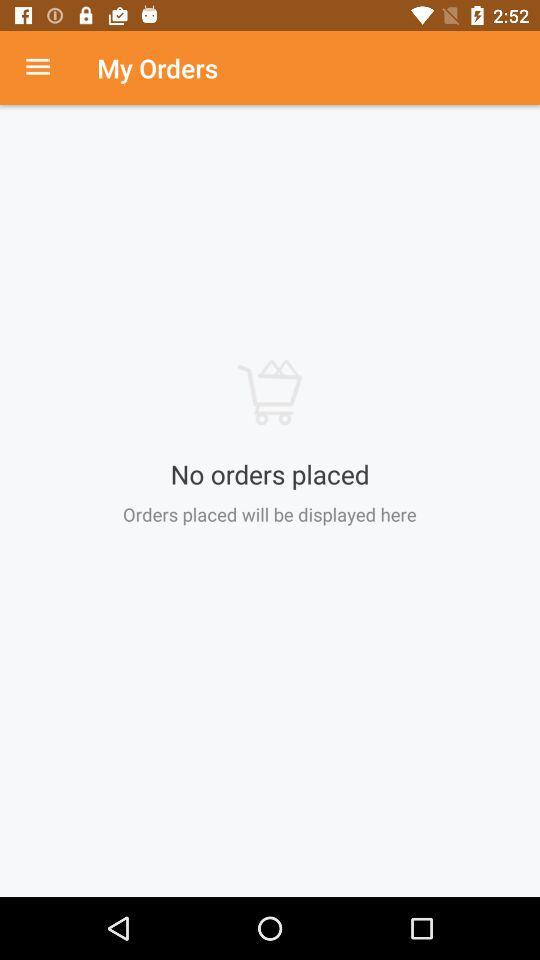 The height and width of the screenshot is (960, 540). I want to click on choose menu, so click(48, 68).